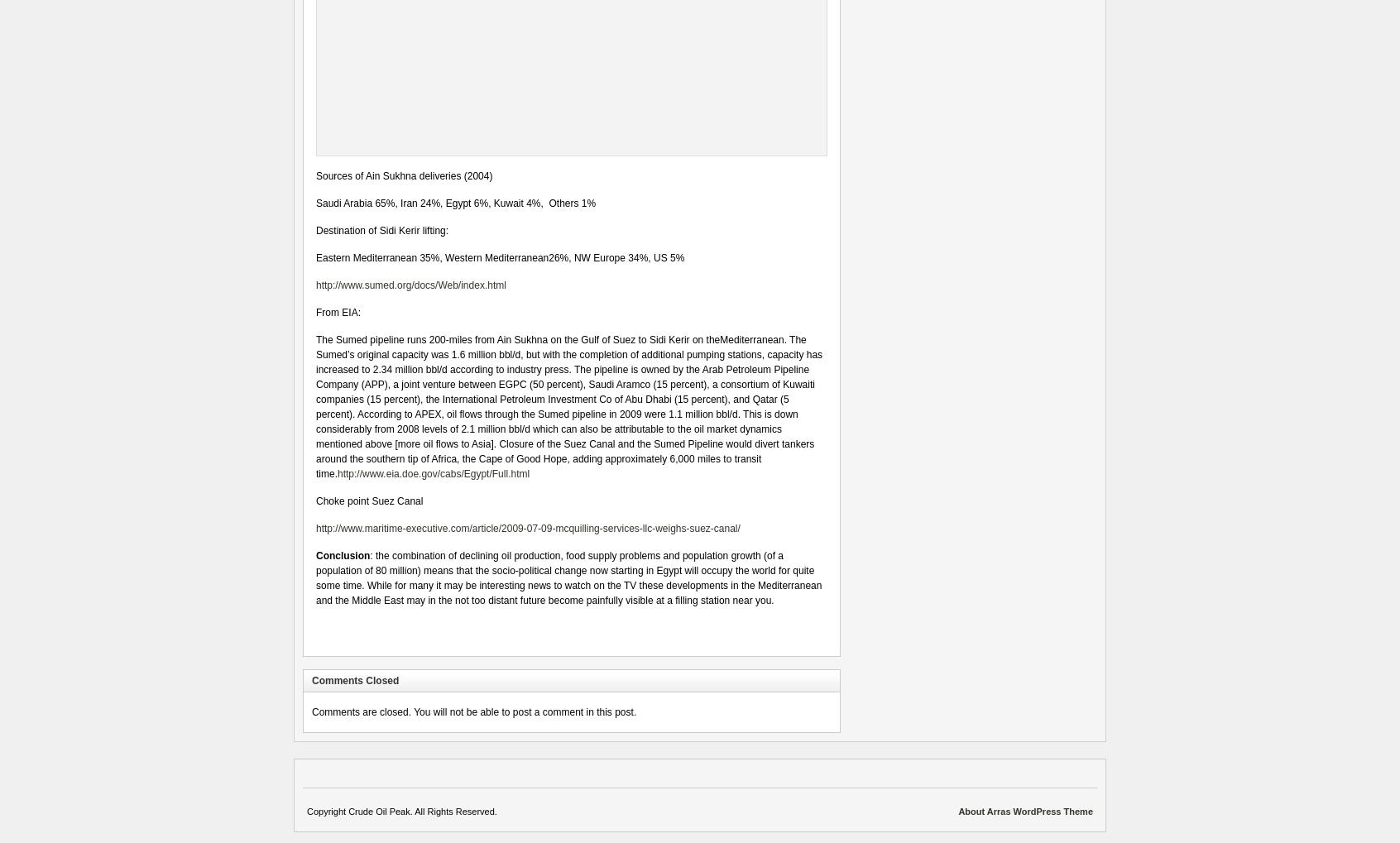  Describe the element at coordinates (316, 405) in the screenshot. I see `'The Sumed pipeline runs 200-miles from Ain Sukhna on the Gulf of Suez to Sidi Kerir on theMediterranean. The Sumed’s original capacity was 1.6 million bbl/d, but with the completion of additional pumping stations, capacity has increased to 2.34 million bbl/d according to industry press. The pipeline is owned by the Arab Petroleum Pipeline Company (APP), a joint venture between EGPC (50 percent), Saudi Aramco (15 percent), a consortium of Kuwaiti companies (15 percent), the International Petroleum Investment Co of Abu Dhabi (15 percent), and Qatar (5 percent). According to APEX, oil flows through the Sumed pipeline in 2009 were 1.1 million bbl/d. This is down considerably from 2008 levels of 2.1 million bbl/d which can also be attributable to the oil market dynamics mentioned above [more oil flows to Asia]. Closure of the Suez Canal and the Sumed Pipeline would divert tankers around the southern tip of Africa, the Cape of Good Hope, adding approximately 6,000 miles to transit time.'` at that location.